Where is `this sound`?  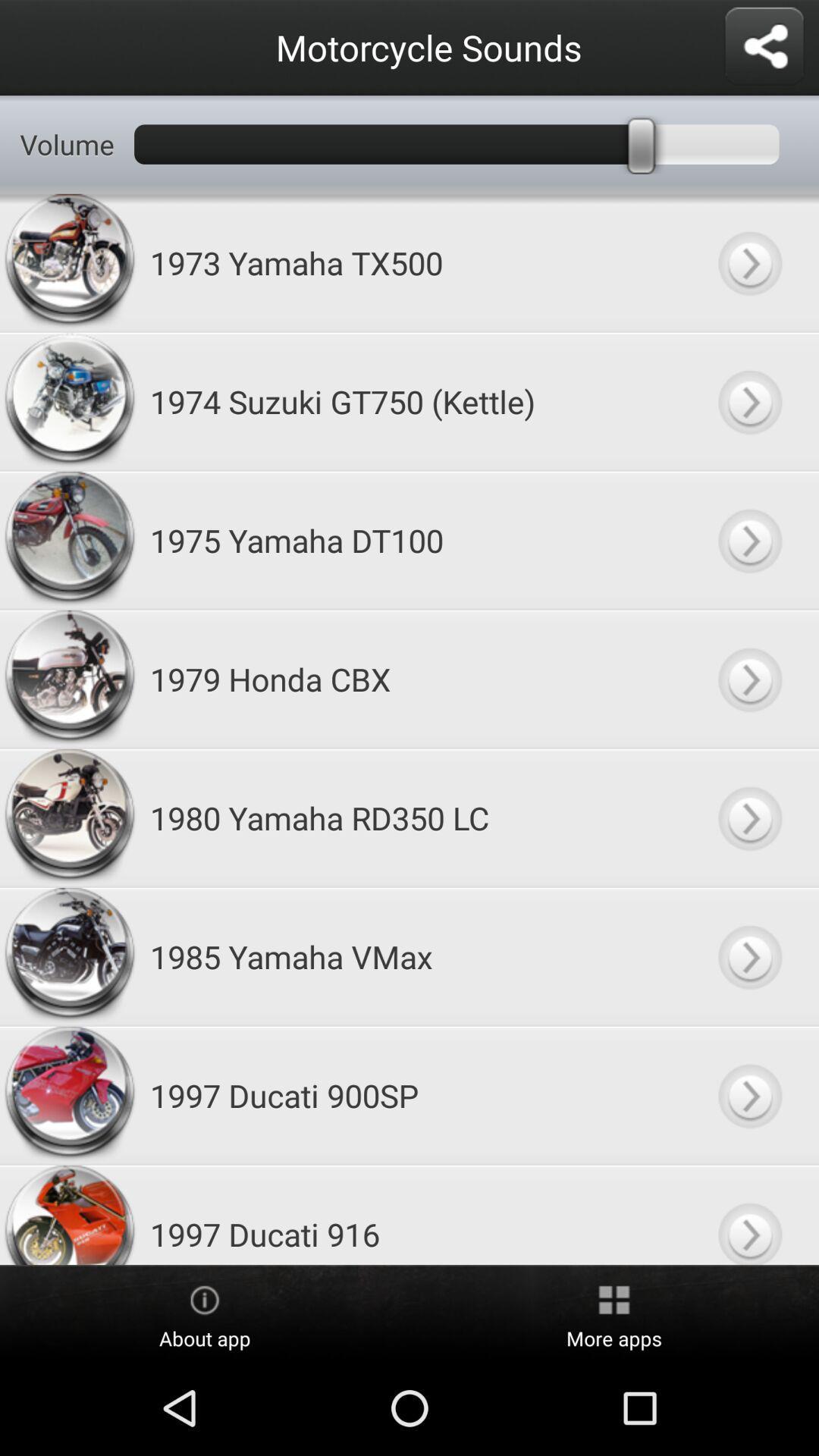
this sound is located at coordinates (748, 955).